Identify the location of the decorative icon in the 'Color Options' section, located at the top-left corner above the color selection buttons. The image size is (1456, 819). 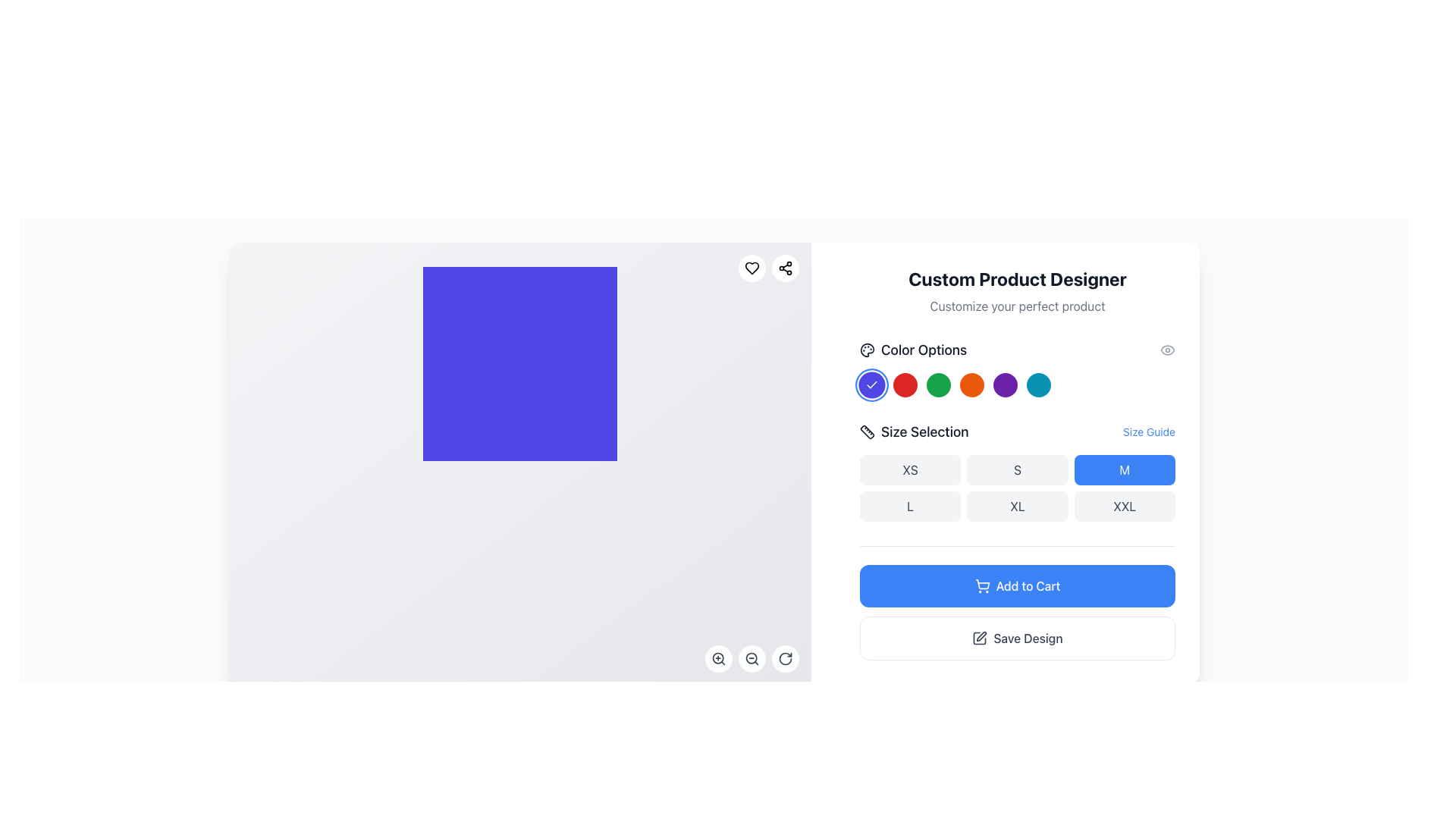
(867, 350).